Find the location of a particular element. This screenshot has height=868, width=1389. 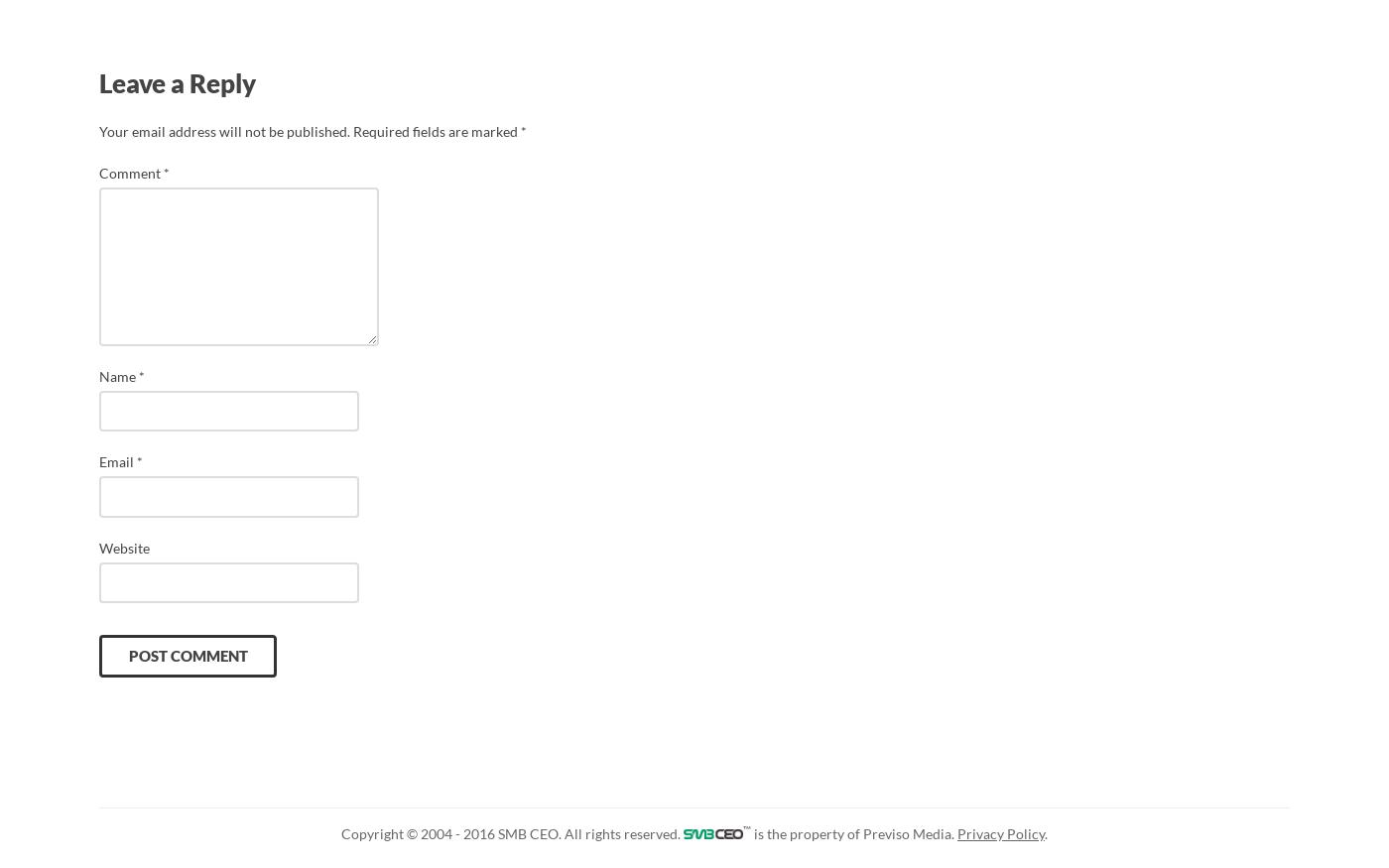

'Leave a Reply' is located at coordinates (178, 83).